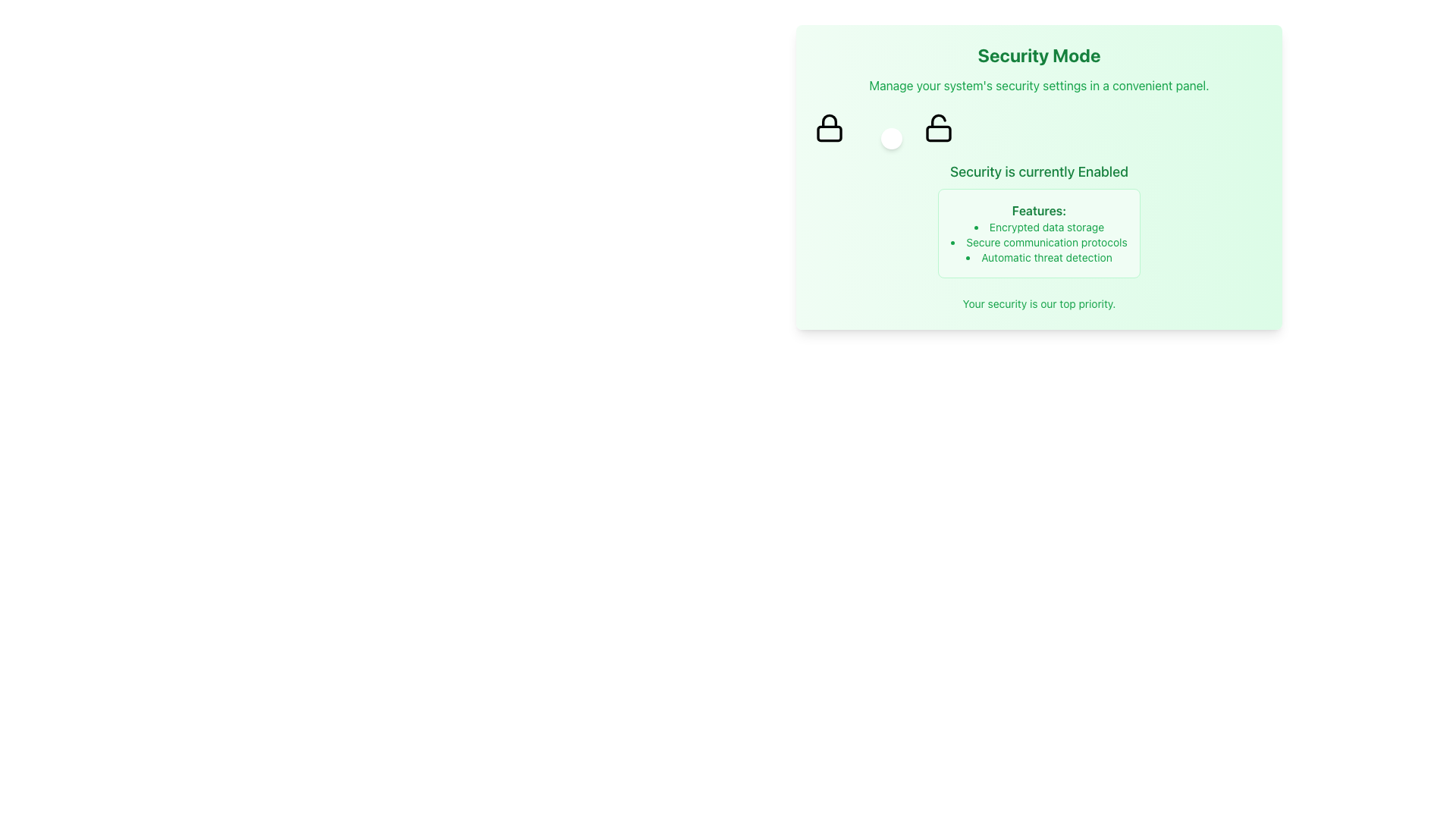  I want to click on list of features displayed in green text within the light green box titled 'Features:' in the 'Security Mode' panel, so click(1038, 242).